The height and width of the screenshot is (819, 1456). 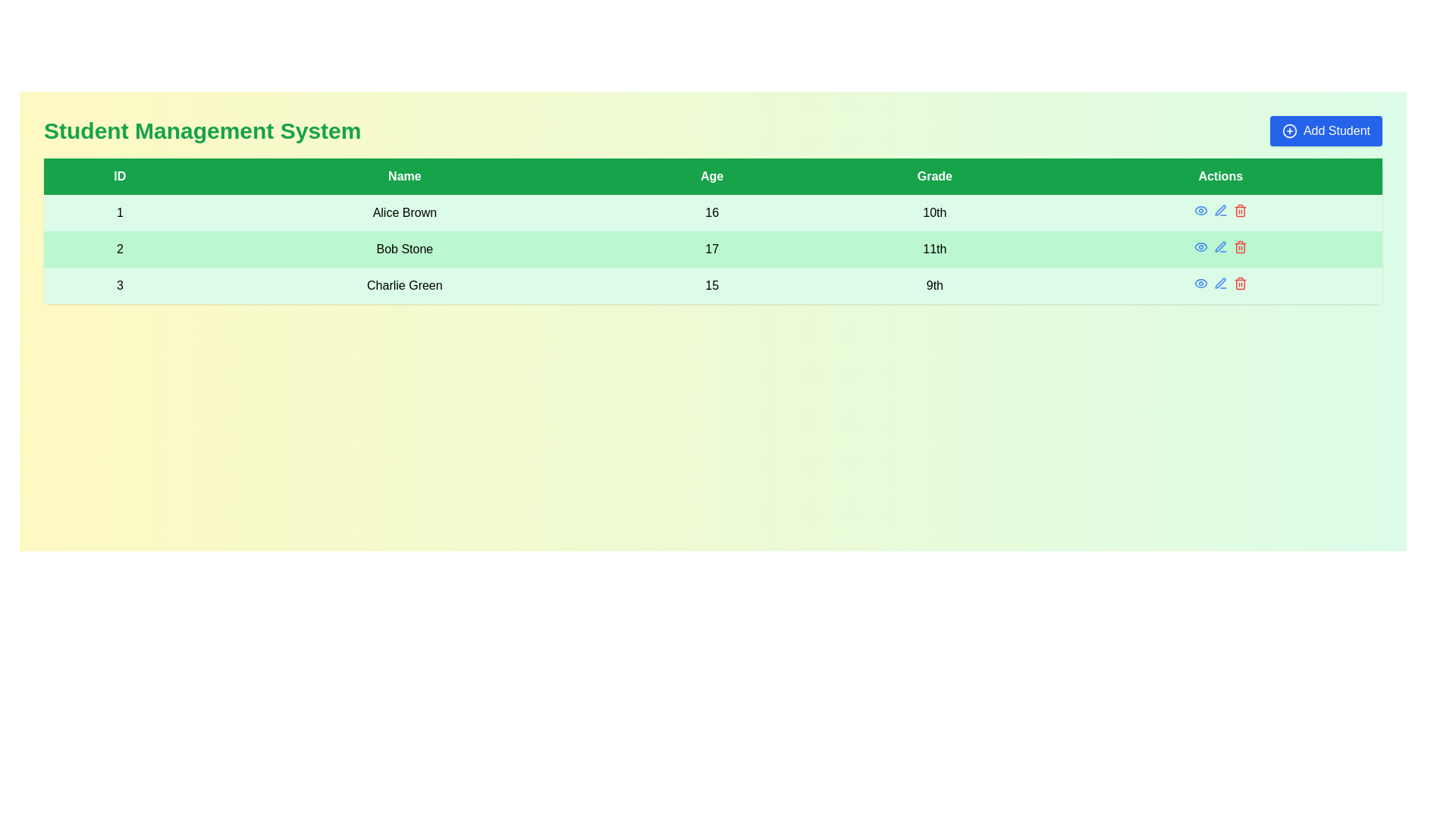 What do you see at coordinates (711, 213) in the screenshot?
I see `the static text field displaying the age of the student ('16') located in the third column of the first row of the student information table` at bounding box center [711, 213].